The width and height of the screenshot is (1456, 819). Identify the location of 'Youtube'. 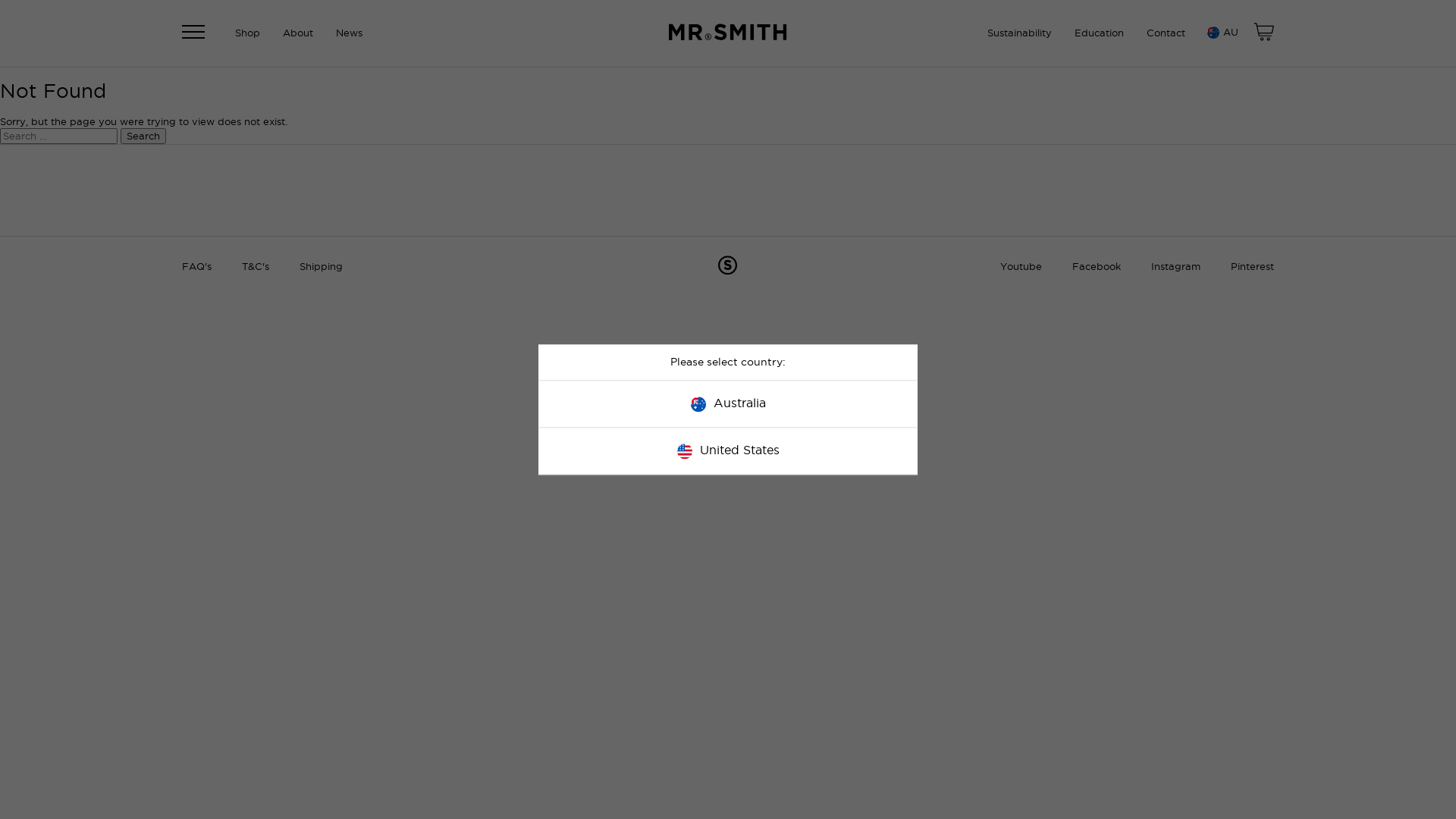
(1000, 265).